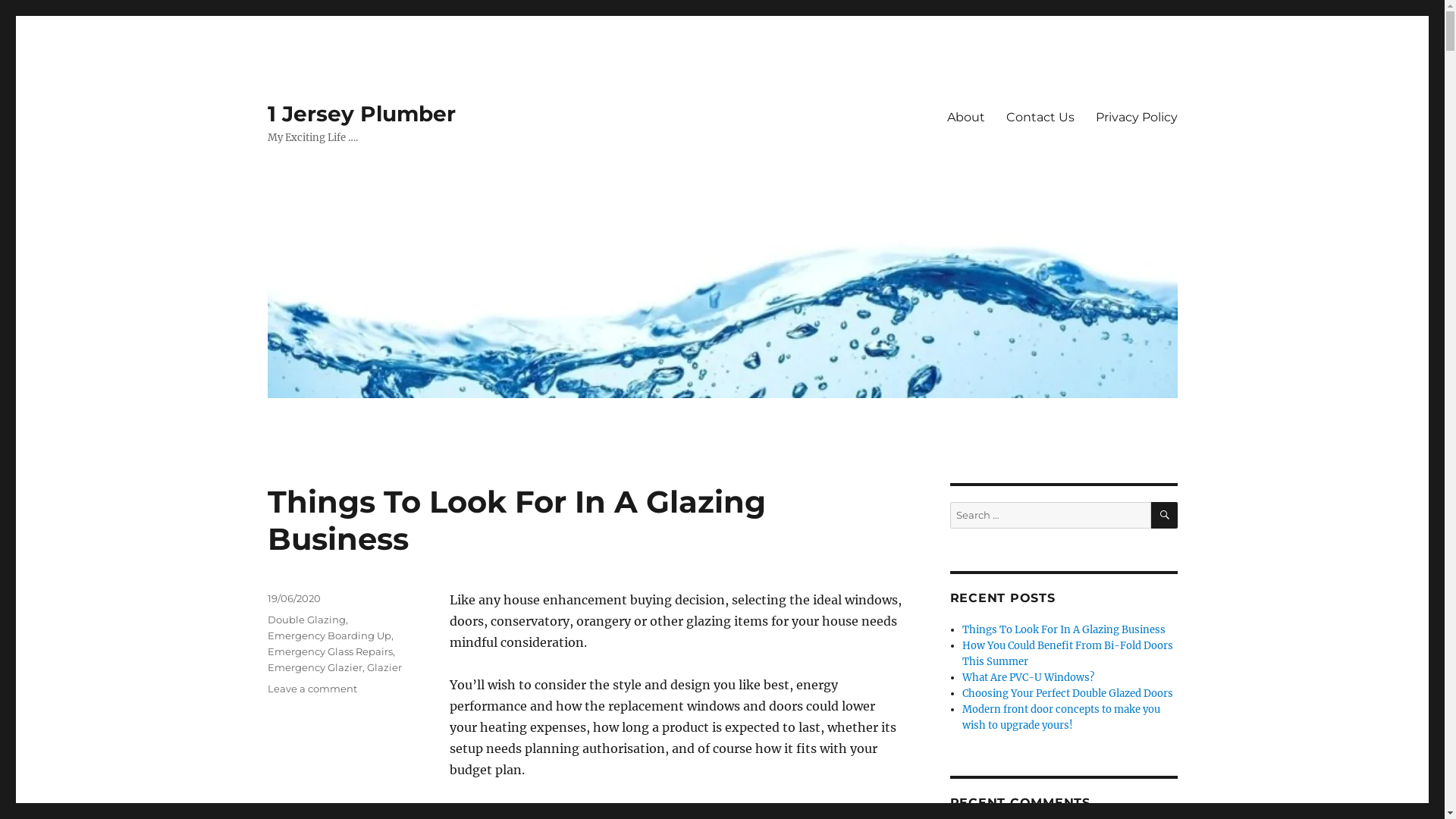 This screenshot has height=819, width=1456. Describe the element at coordinates (1028, 676) in the screenshot. I see `'What Are PVC-U Windows?'` at that location.